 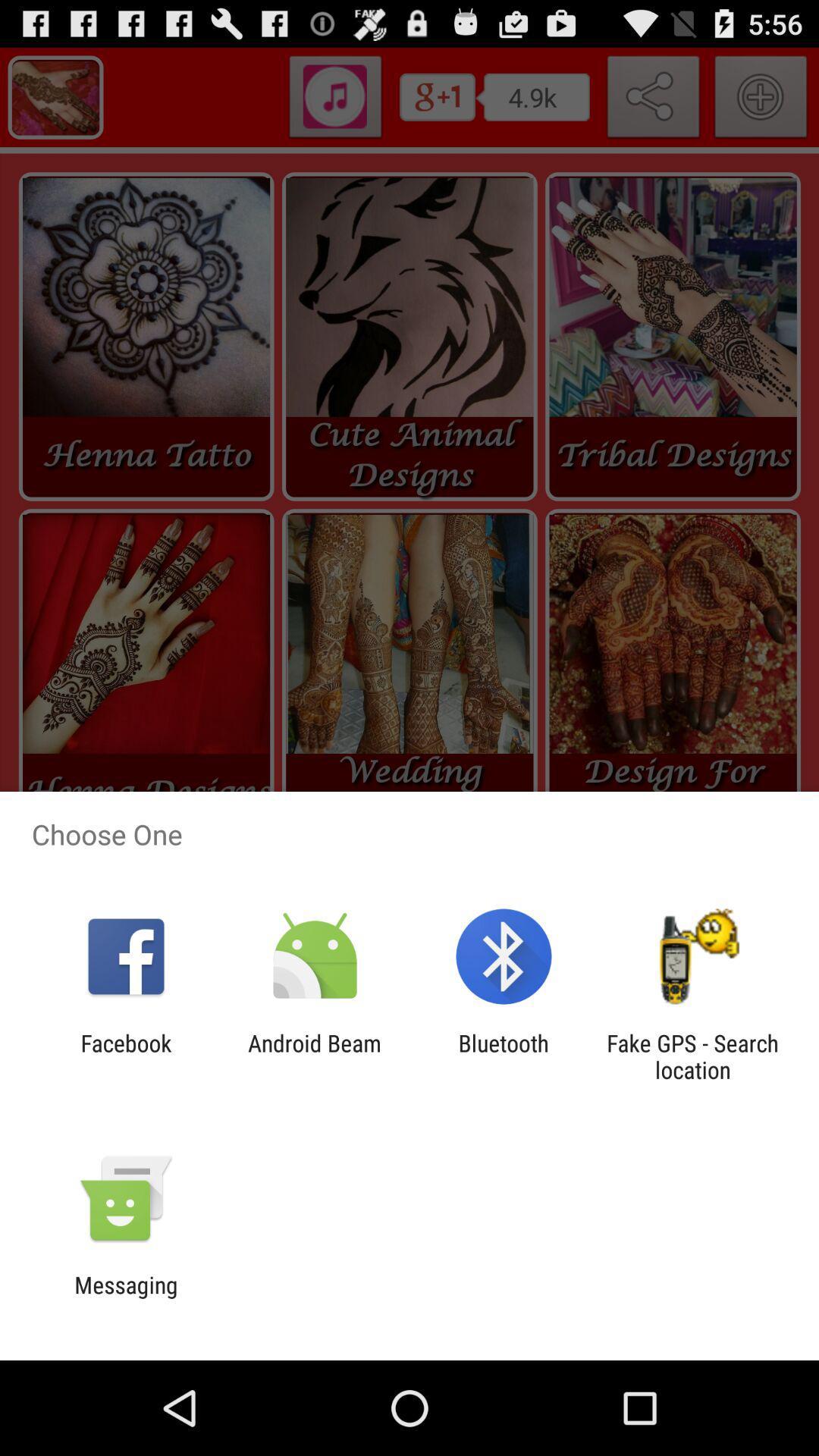 What do you see at coordinates (125, 1056) in the screenshot?
I see `the item to the left of android beam icon` at bounding box center [125, 1056].